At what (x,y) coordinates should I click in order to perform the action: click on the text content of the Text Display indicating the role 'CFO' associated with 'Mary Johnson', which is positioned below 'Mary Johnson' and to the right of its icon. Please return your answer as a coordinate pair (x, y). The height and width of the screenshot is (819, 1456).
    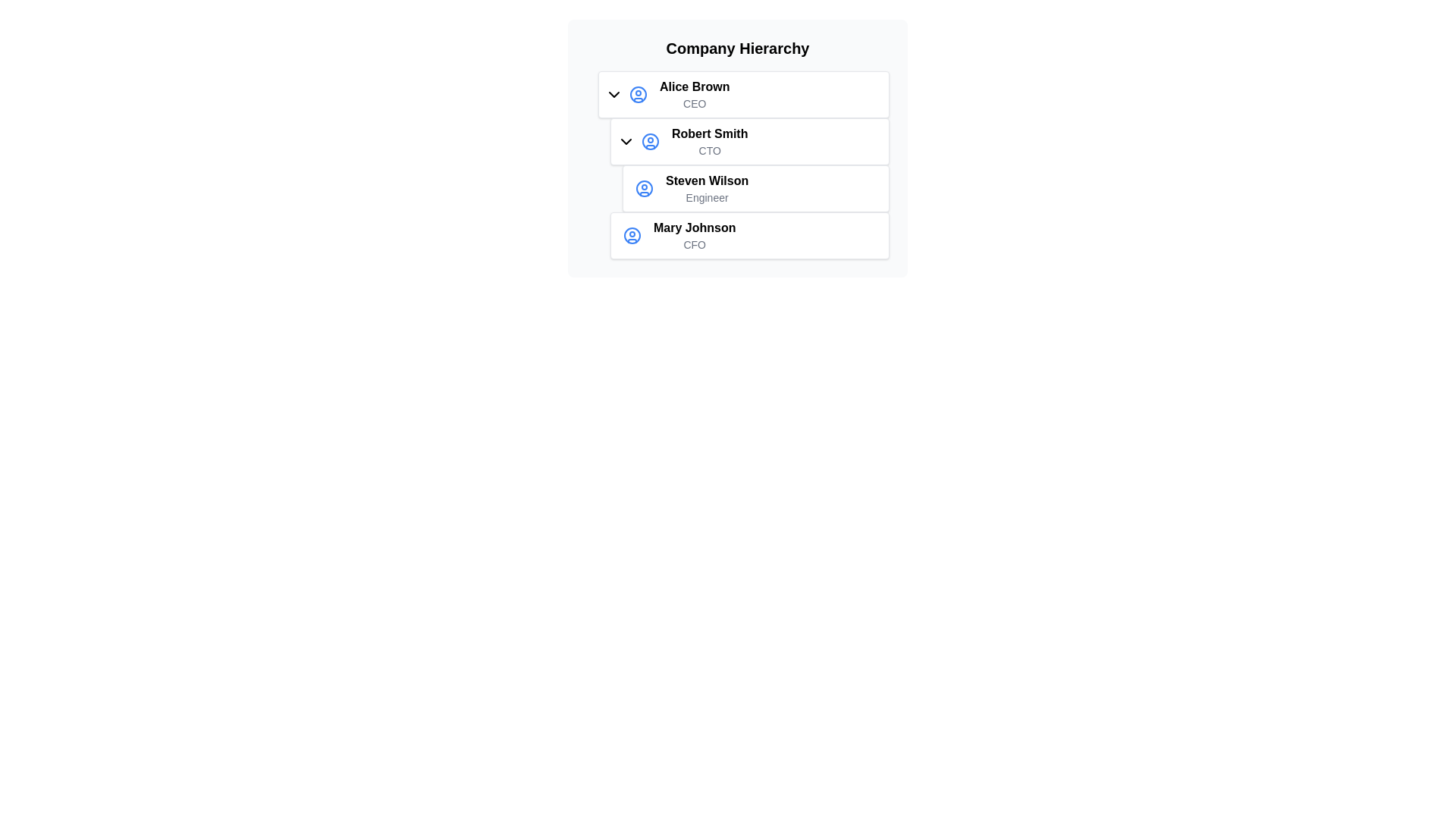
    Looking at the image, I should click on (694, 244).